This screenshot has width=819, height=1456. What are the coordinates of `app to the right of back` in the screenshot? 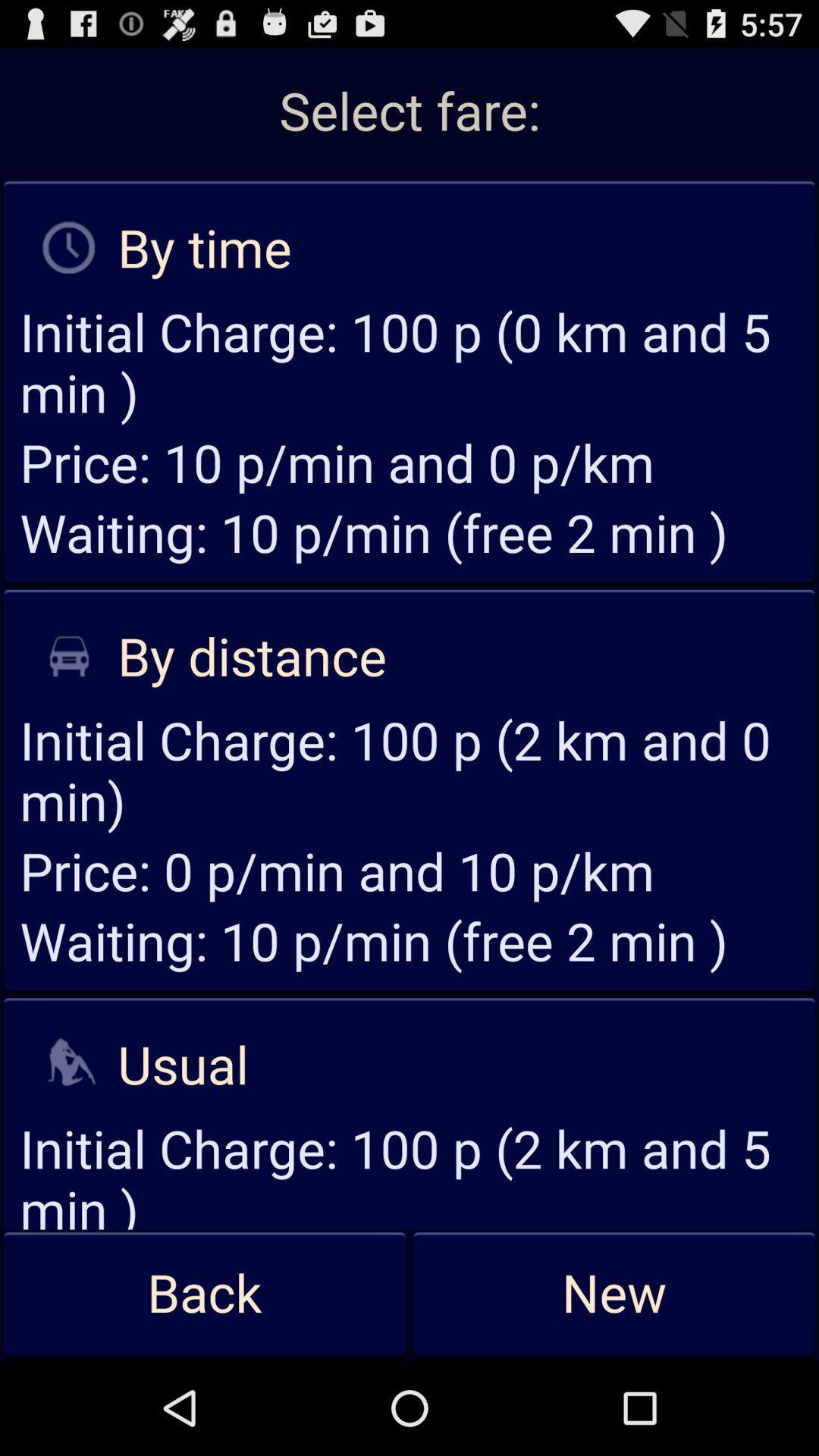 It's located at (614, 1294).